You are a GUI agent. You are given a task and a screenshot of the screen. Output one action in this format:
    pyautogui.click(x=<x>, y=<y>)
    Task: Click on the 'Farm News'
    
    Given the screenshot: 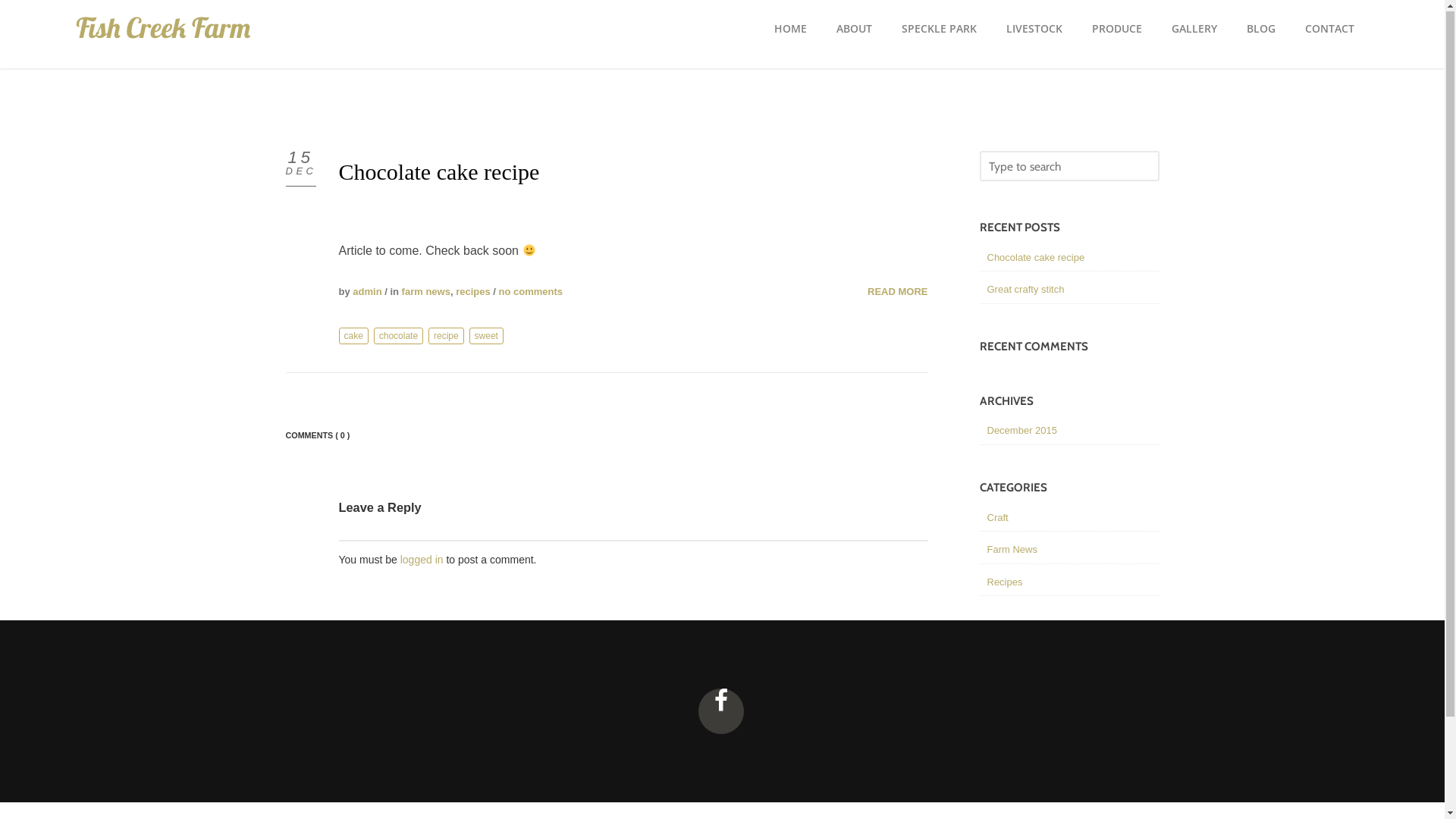 What is the action you would take?
    pyautogui.click(x=987, y=550)
    